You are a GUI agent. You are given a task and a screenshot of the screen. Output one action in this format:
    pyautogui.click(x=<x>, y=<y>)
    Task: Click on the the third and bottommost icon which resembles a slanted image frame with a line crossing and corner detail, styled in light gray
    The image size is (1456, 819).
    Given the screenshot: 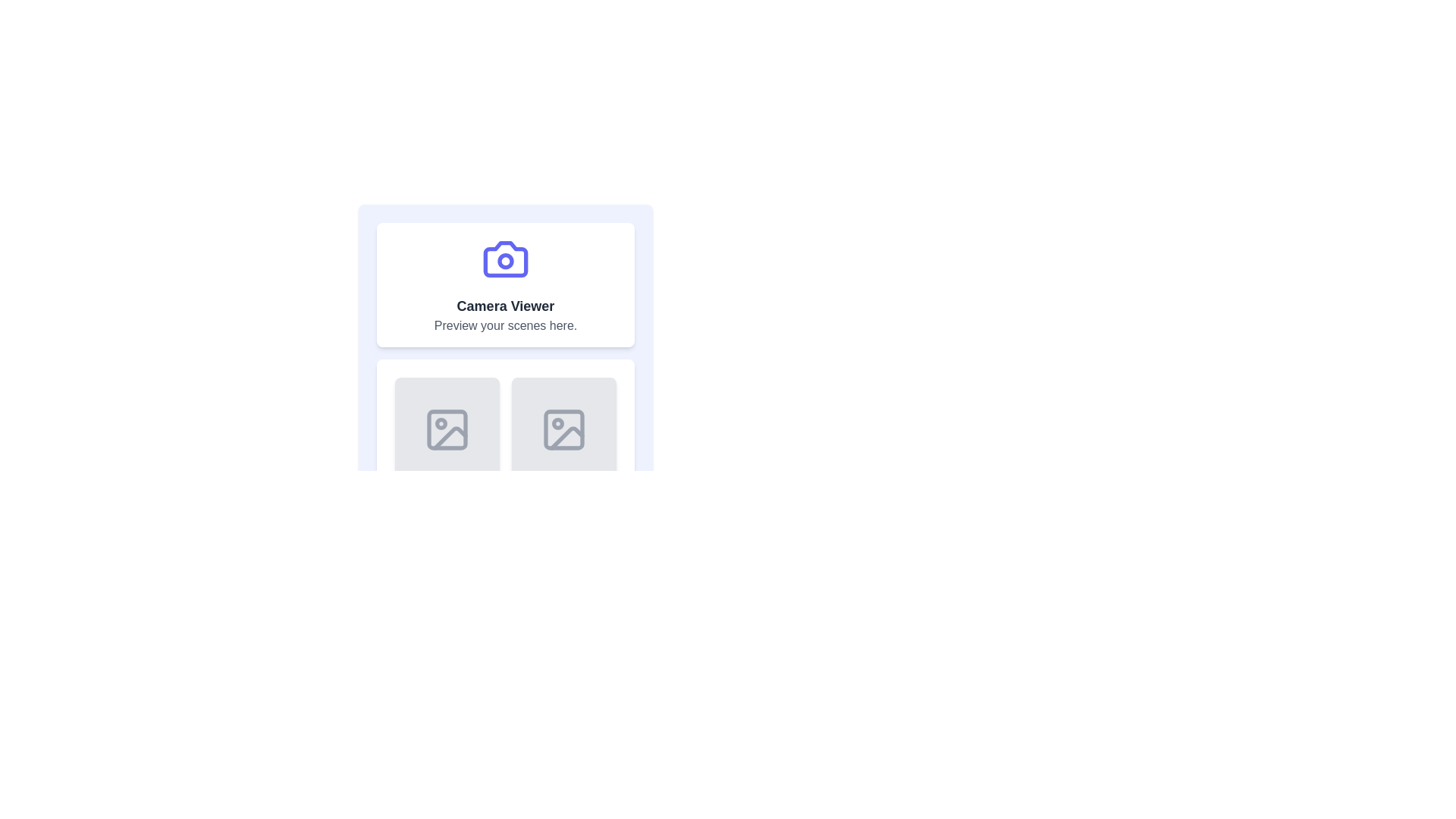 What is the action you would take?
    pyautogui.click(x=566, y=438)
    